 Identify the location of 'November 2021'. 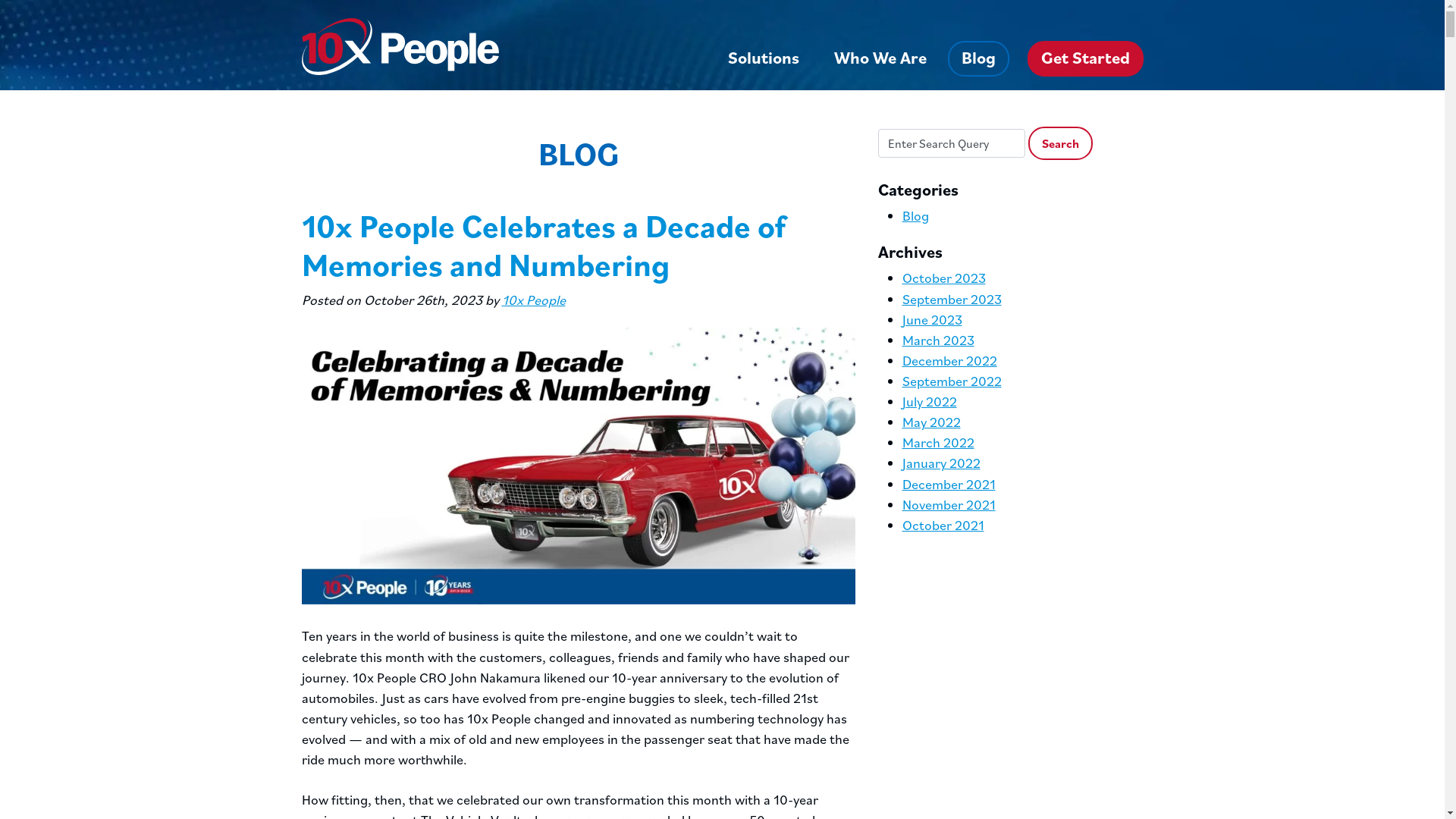
(902, 504).